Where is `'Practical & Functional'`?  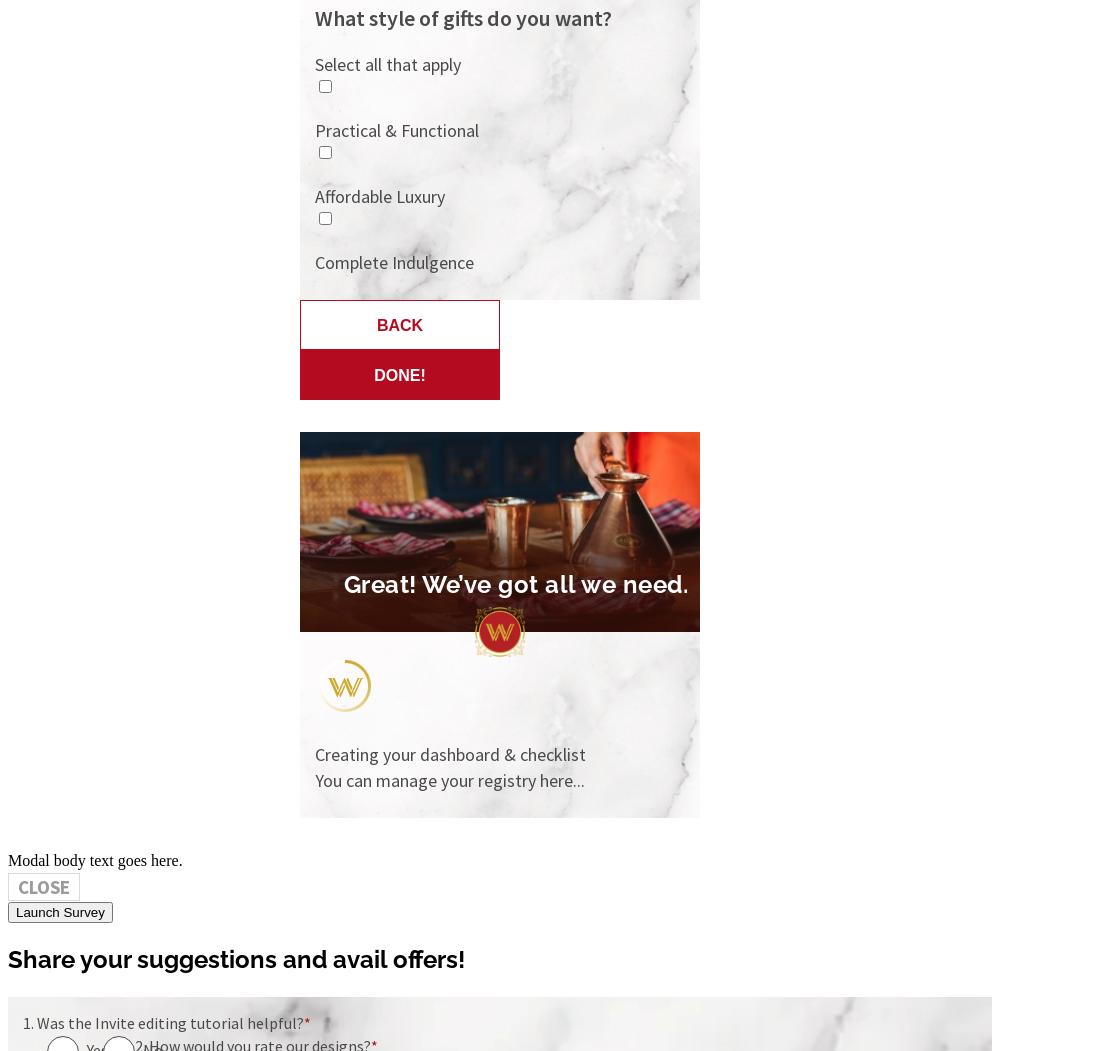
'Practical & Functional' is located at coordinates (397, 129).